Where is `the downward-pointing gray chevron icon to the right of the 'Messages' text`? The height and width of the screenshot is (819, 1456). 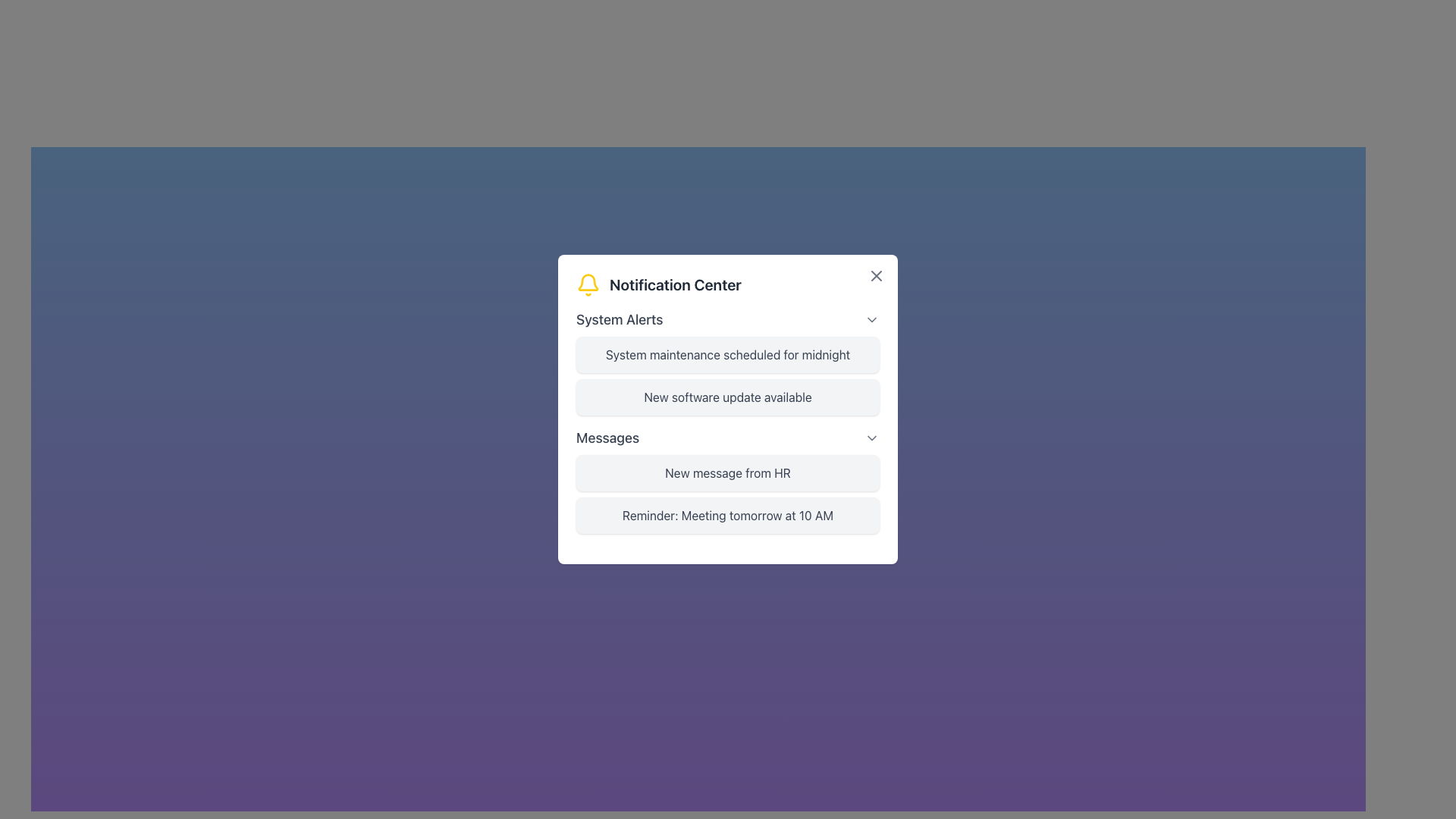 the downward-pointing gray chevron icon to the right of the 'Messages' text is located at coordinates (872, 438).